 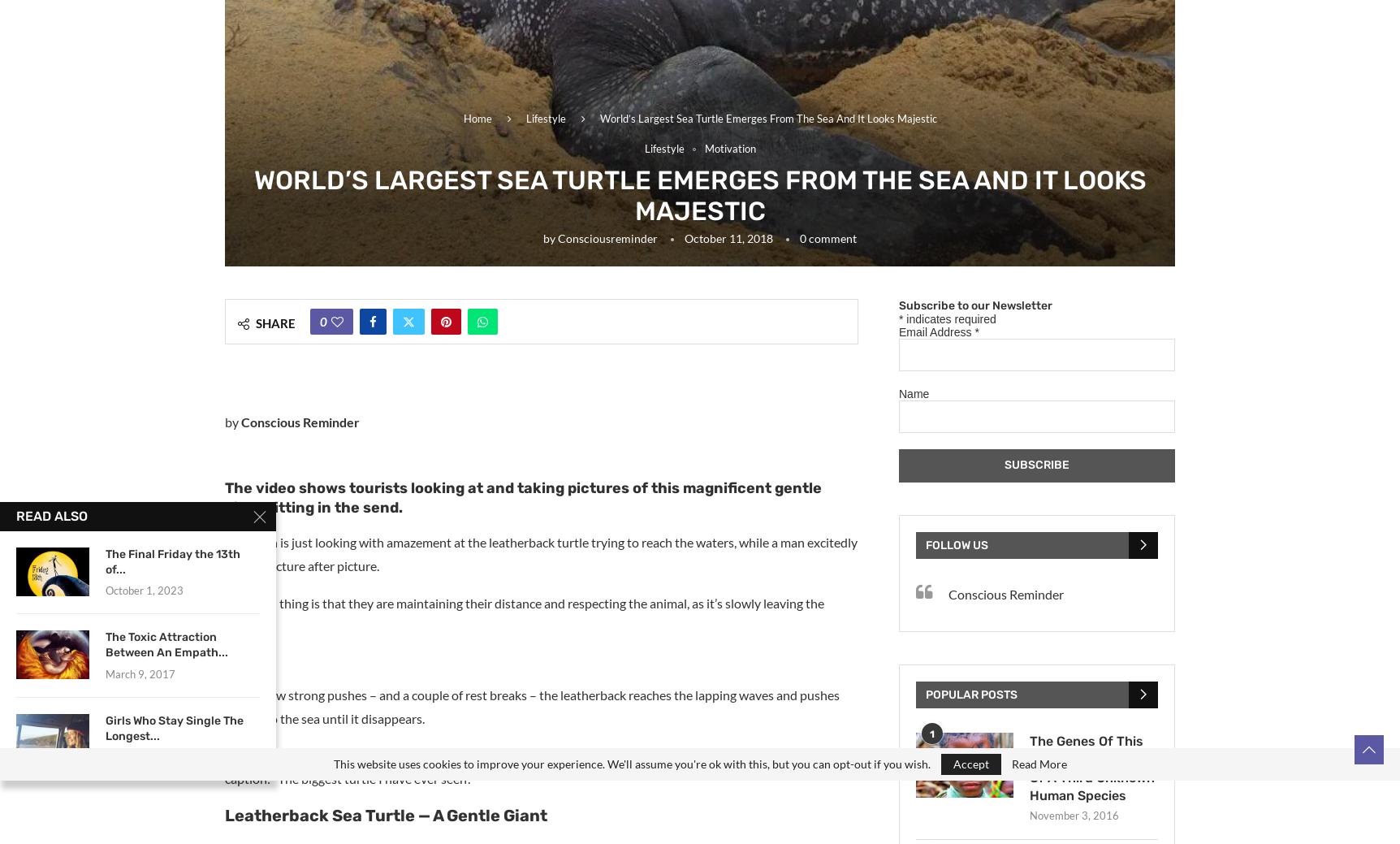 What do you see at coordinates (166, 644) in the screenshot?
I see `'The Toxic Attraction Between An Empath...'` at bounding box center [166, 644].